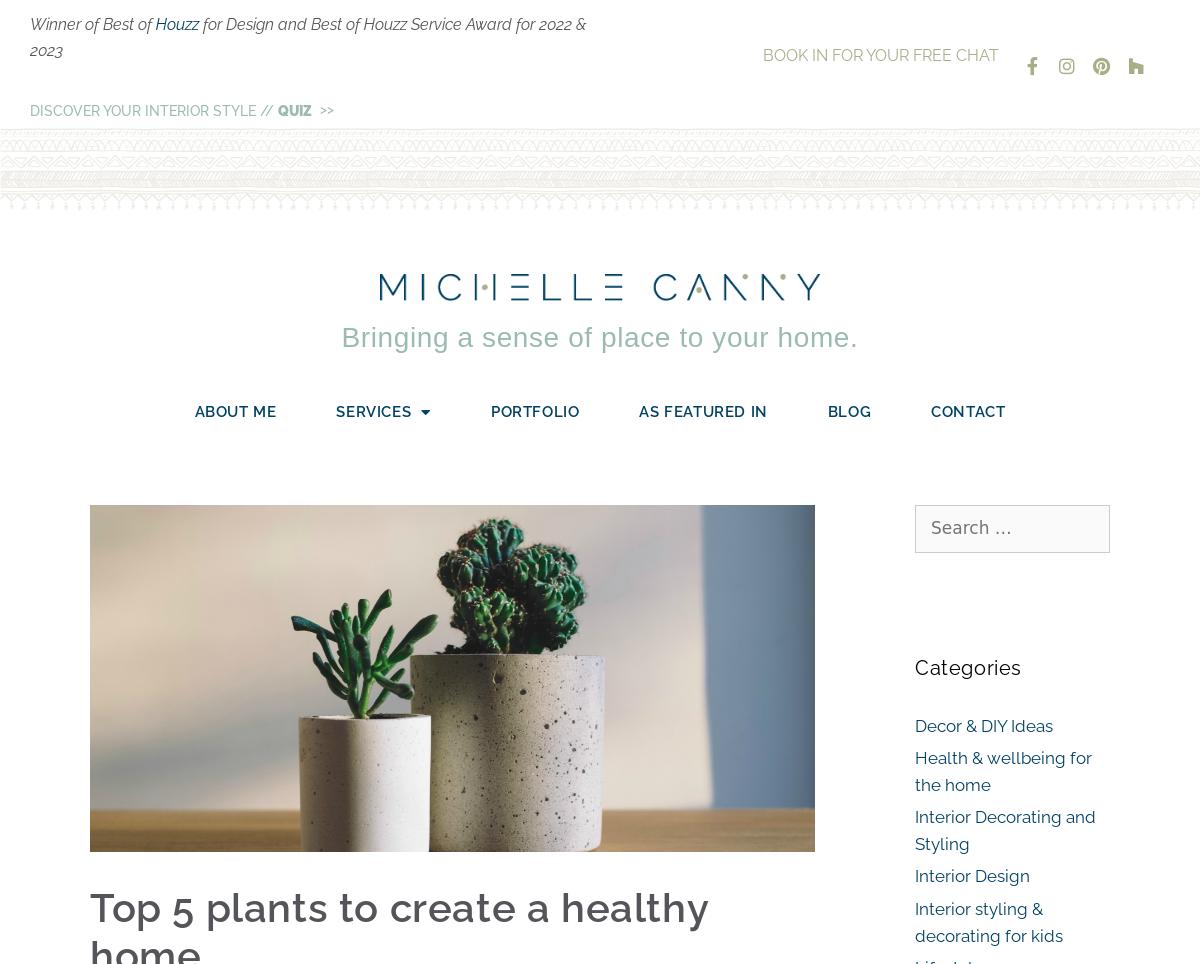  I want to click on 'Health & wellbeing for the home', so click(915, 770).